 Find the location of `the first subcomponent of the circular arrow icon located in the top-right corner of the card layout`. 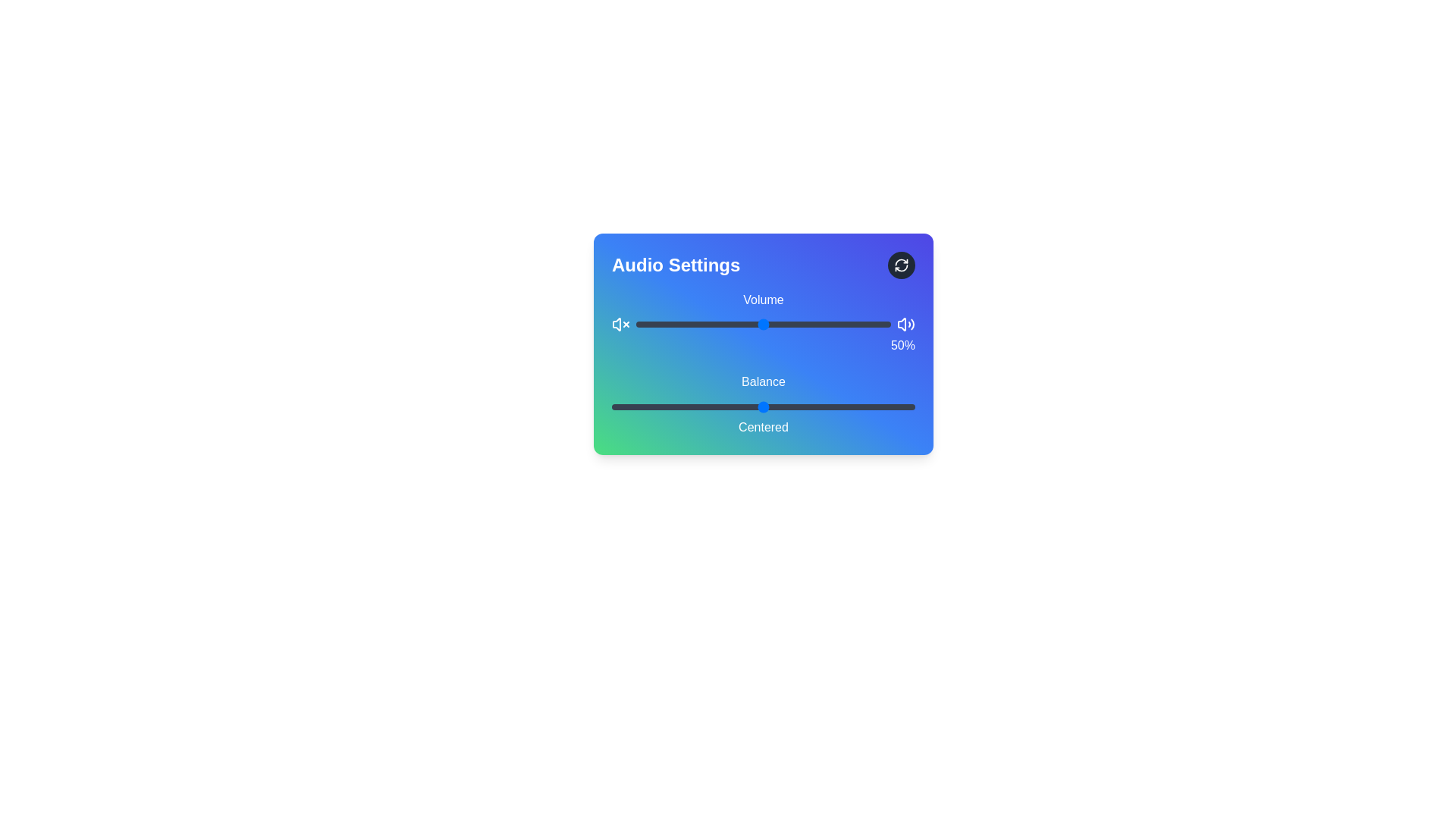

the first subcomponent of the circular arrow icon located in the top-right corner of the card layout is located at coordinates (902, 262).